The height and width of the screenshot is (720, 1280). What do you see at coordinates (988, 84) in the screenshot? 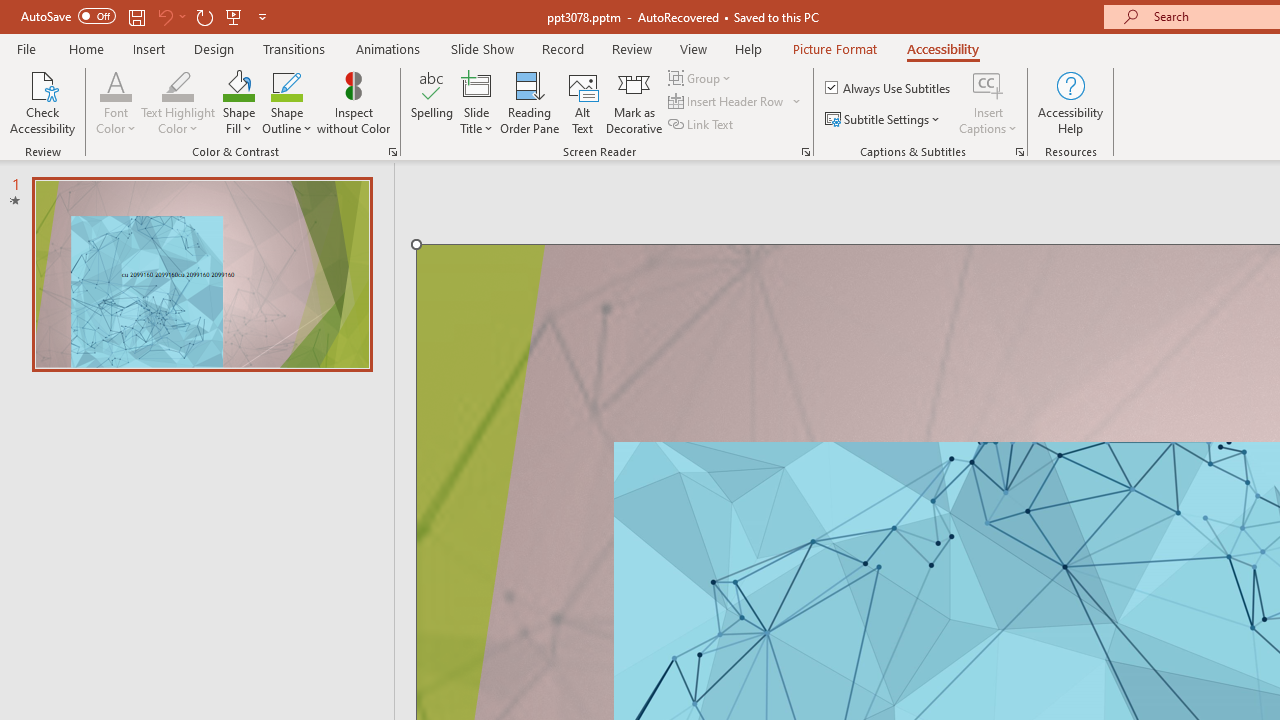
I see `'Insert Captions'` at bounding box center [988, 84].